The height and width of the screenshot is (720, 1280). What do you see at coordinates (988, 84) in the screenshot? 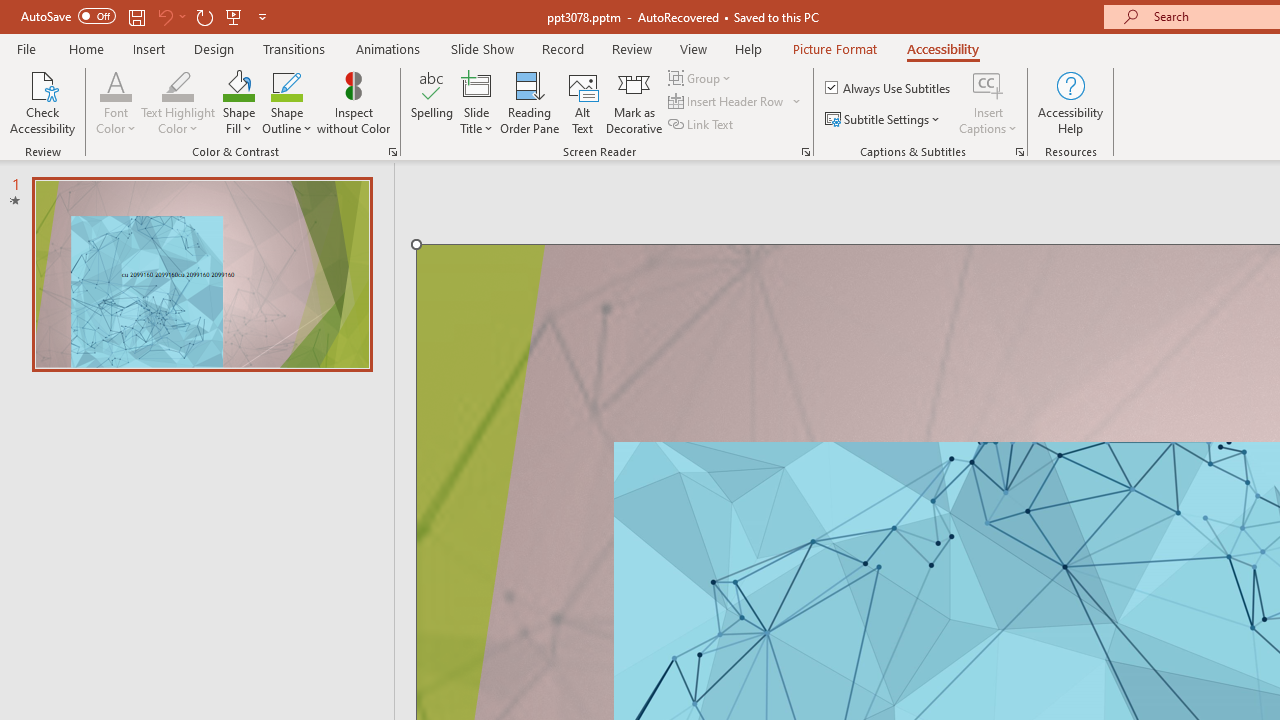
I see `'Insert Captions'` at bounding box center [988, 84].